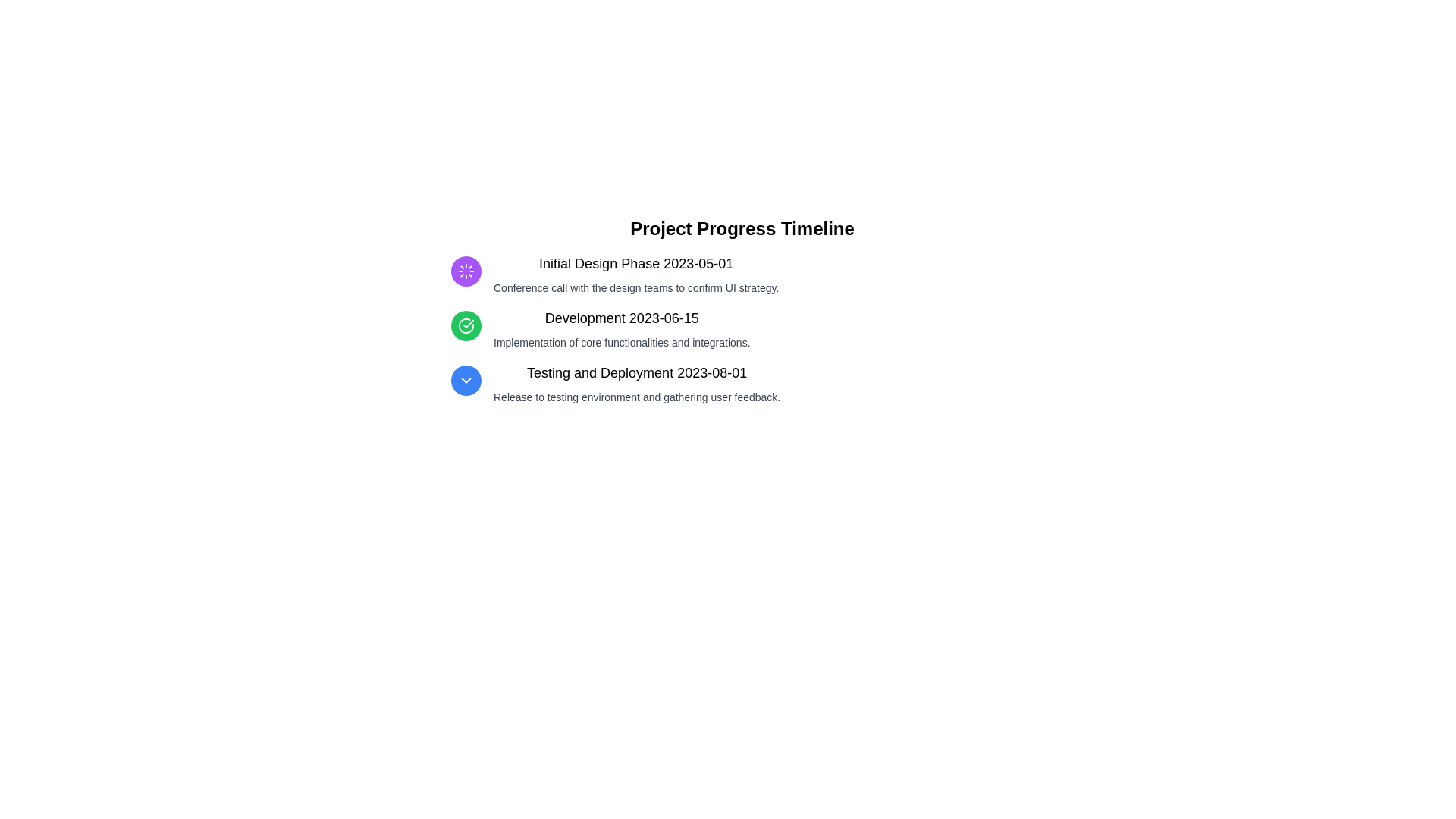  I want to click on the success icon located on the left side of the 'Development 2023-06-15' timeline segment, which indicates task completion, so click(465, 325).